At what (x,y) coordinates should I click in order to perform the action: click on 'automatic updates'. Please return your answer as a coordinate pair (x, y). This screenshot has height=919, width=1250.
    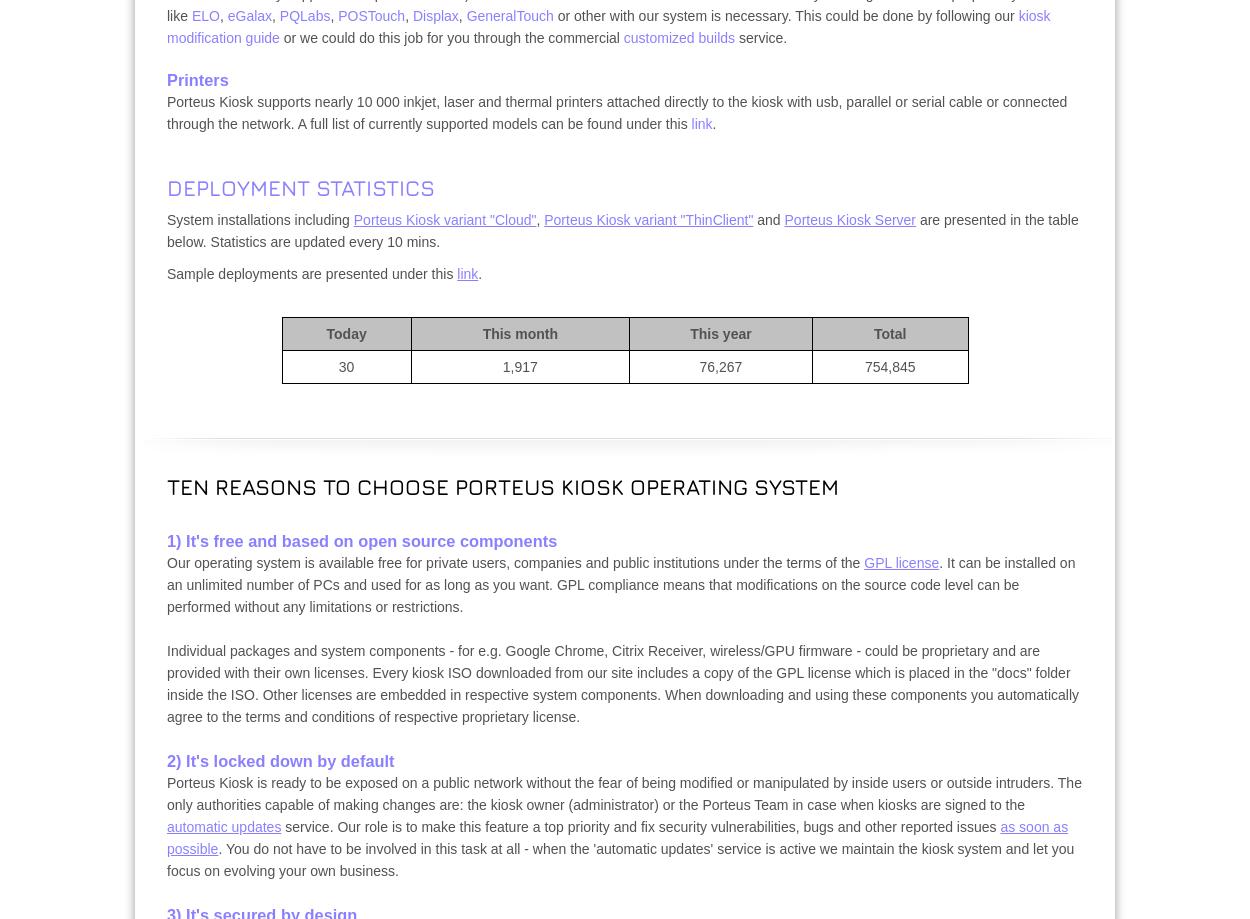
    Looking at the image, I should click on (223, 827).